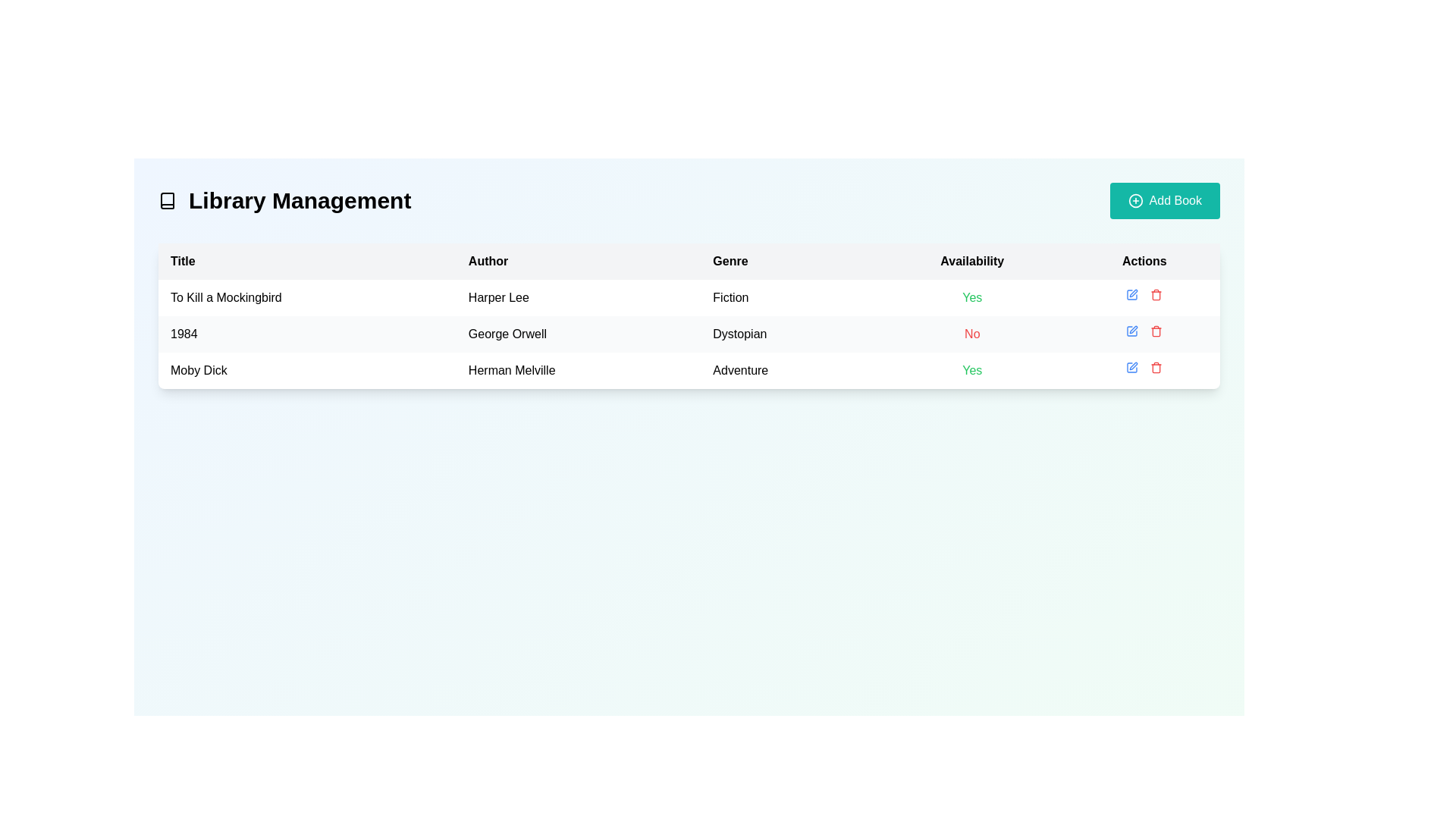  I want to click on the delete icon button located in the 'Actions' column of the last row for the book 'Moby Dick', so click(1156, 368).